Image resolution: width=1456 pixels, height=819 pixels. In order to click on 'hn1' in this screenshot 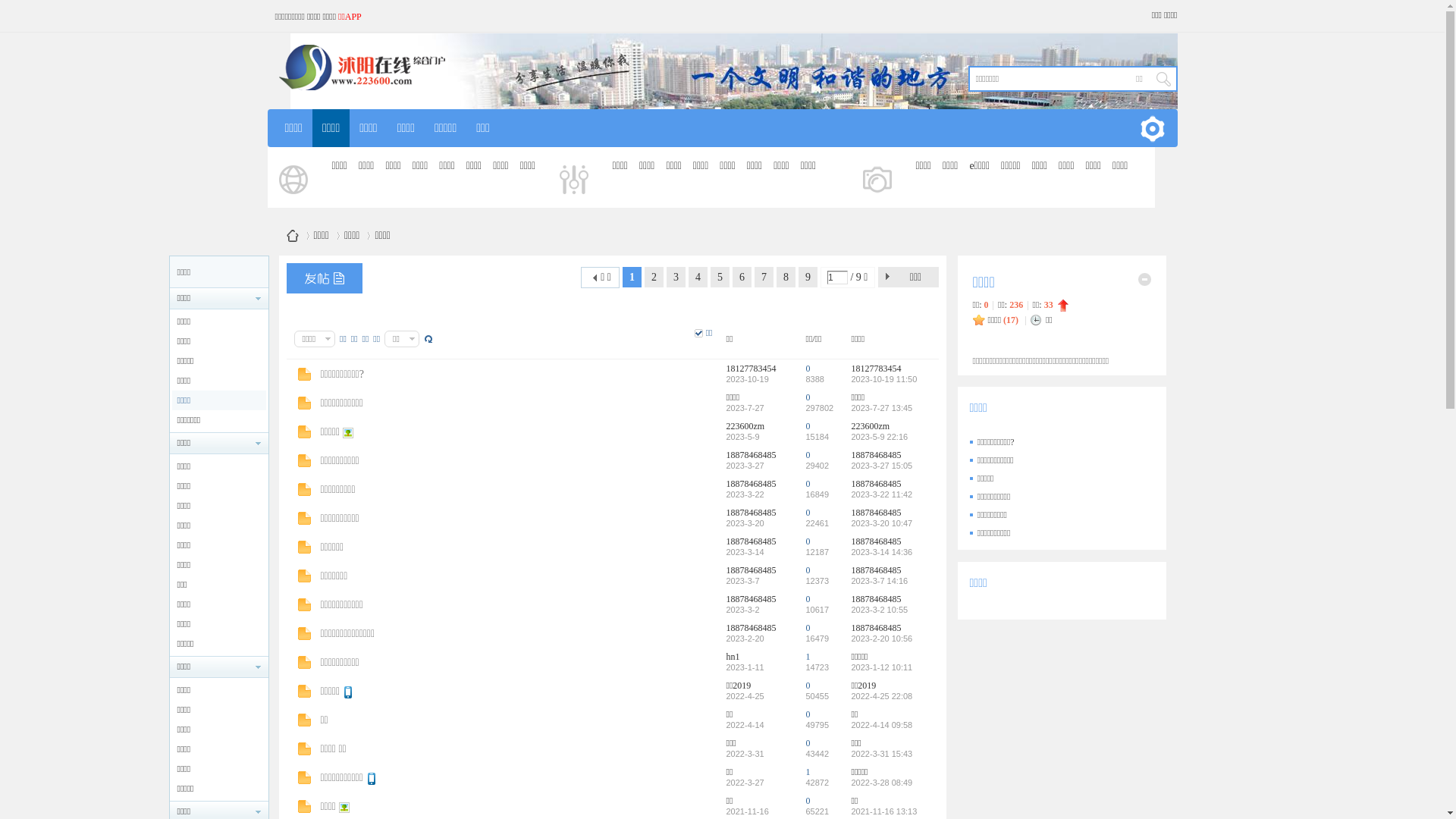, I will do `click(733, 656)`.